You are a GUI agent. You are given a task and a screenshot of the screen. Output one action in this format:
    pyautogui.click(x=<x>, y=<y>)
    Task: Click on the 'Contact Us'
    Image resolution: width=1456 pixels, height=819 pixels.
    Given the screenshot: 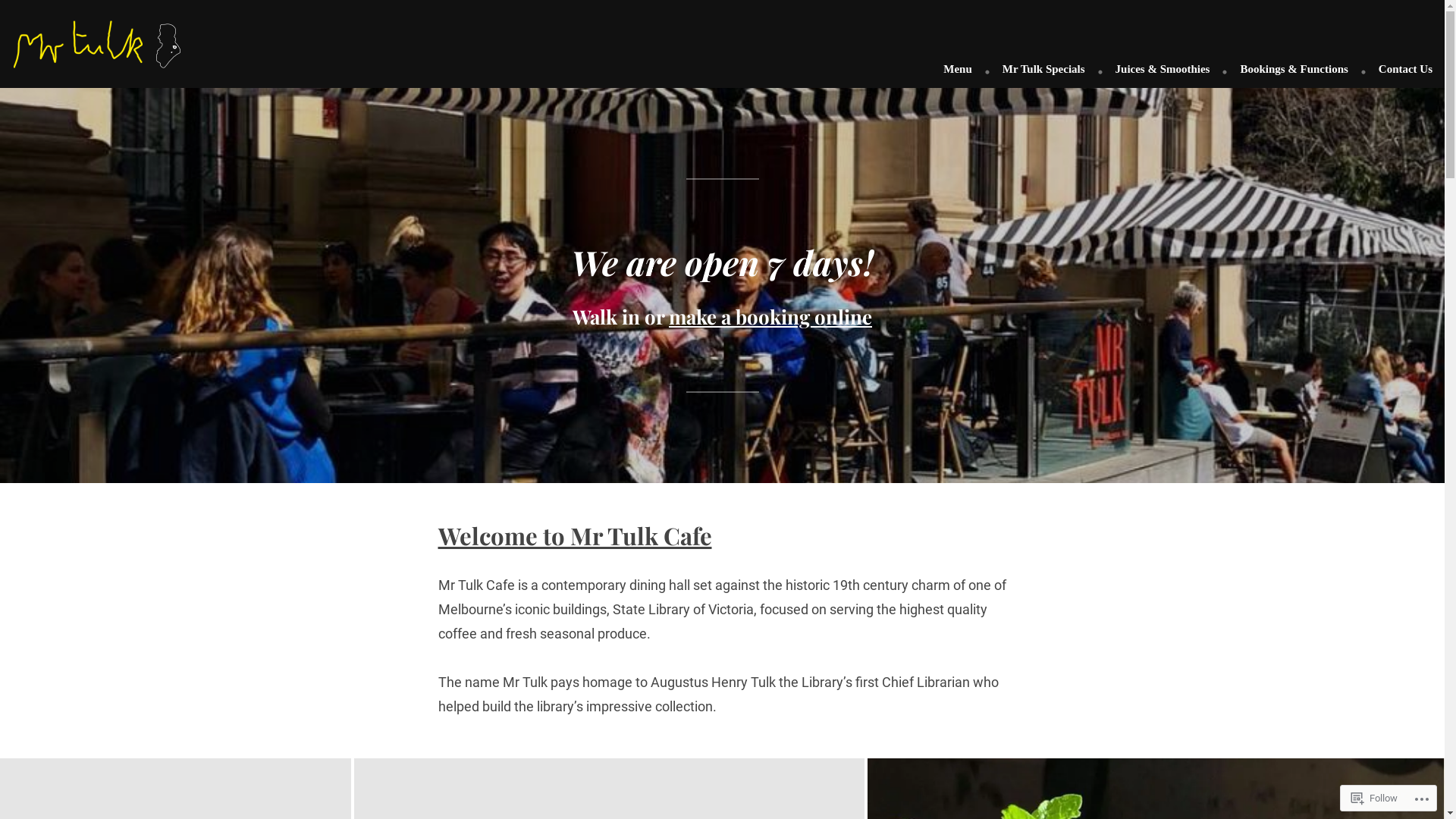 What is the action you would take?
    pyautogui.click(x=1398, y=70)
    